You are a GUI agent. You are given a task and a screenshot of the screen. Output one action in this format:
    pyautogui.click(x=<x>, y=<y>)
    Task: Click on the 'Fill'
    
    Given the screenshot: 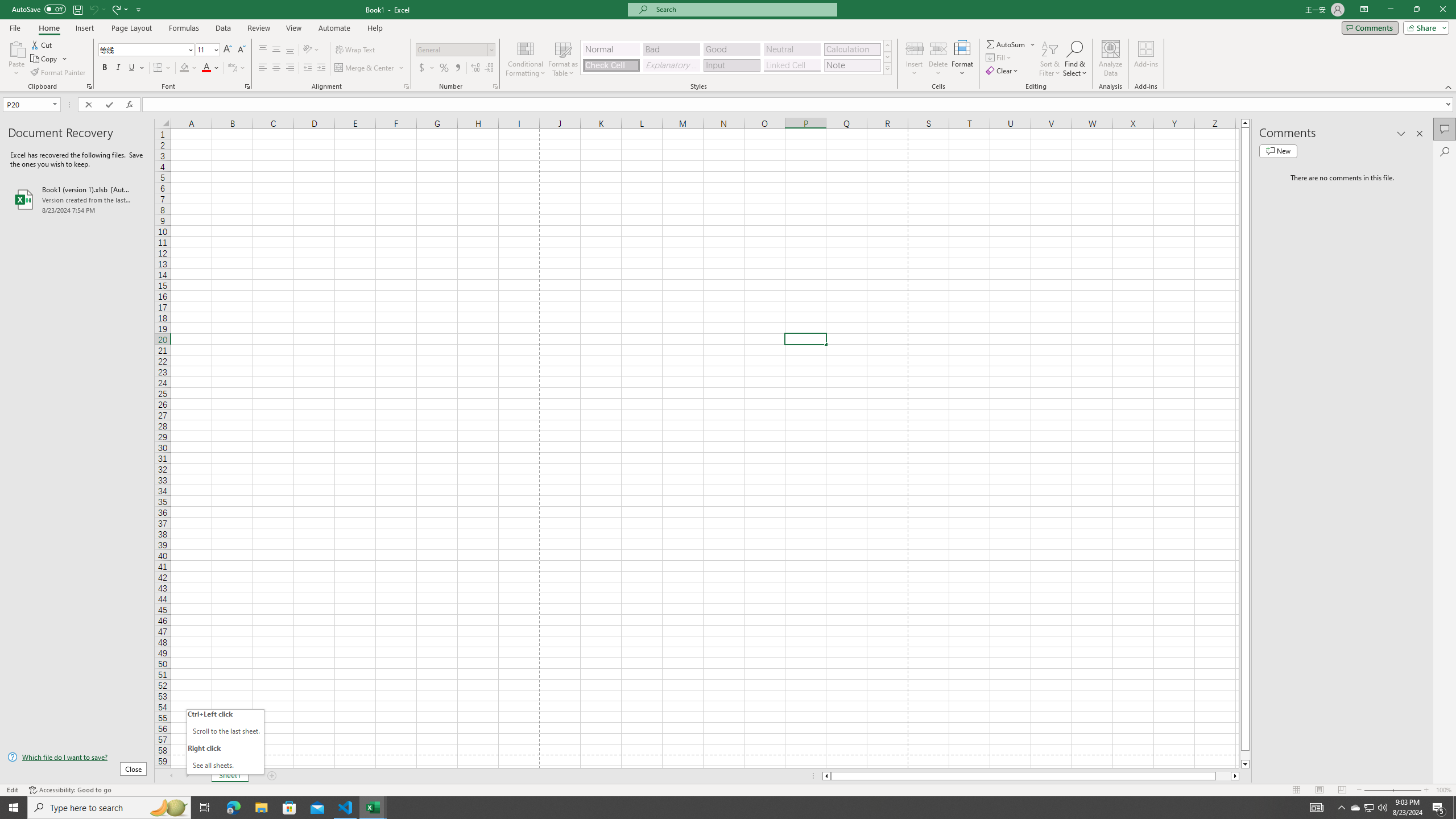 What is the action you would take?
    pyautogui.click(x=999, y=56)
    